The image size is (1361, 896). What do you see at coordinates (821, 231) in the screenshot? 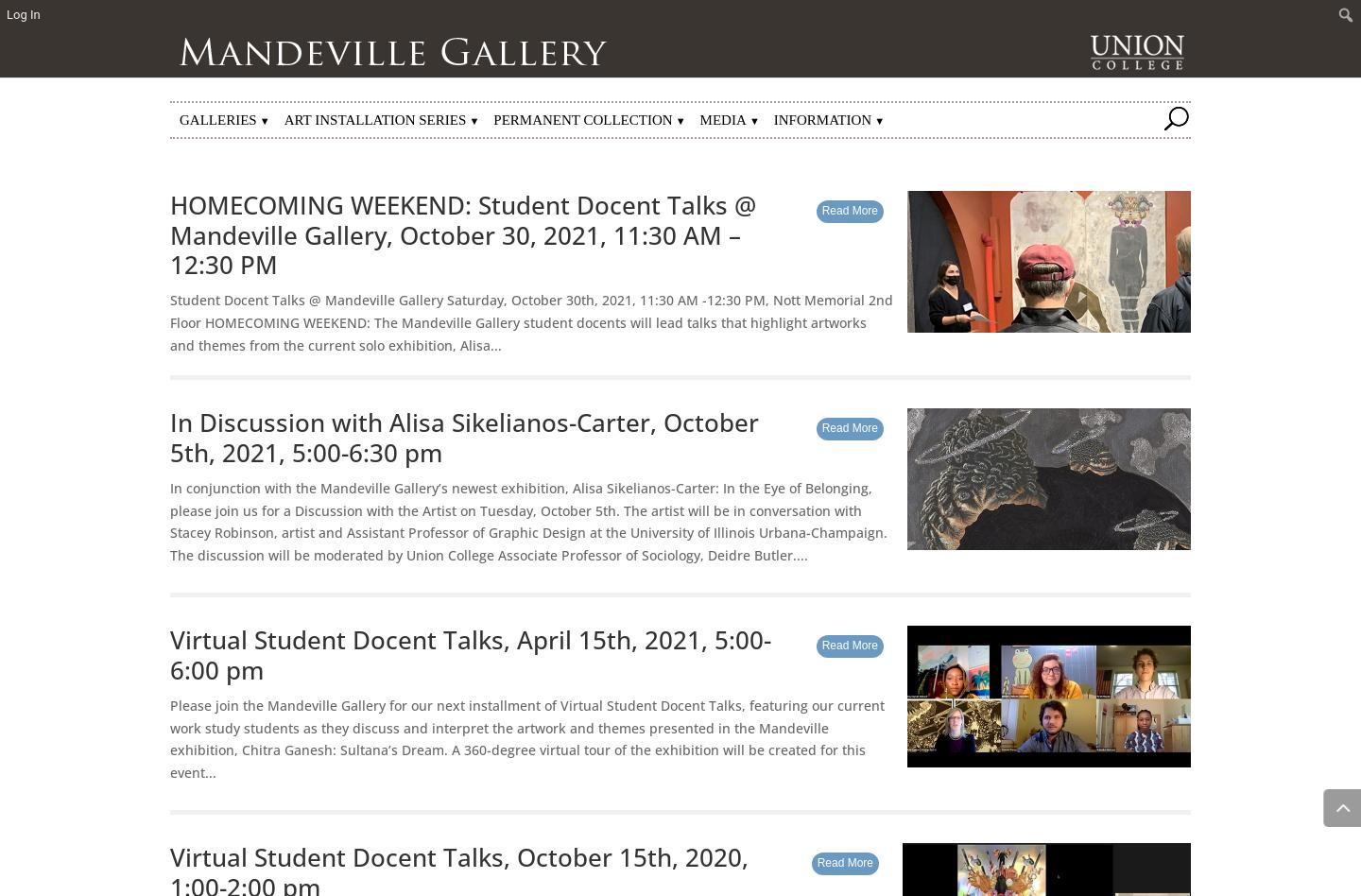
I see `'Adoptable Artworks'` at bounding box center [821, 231].